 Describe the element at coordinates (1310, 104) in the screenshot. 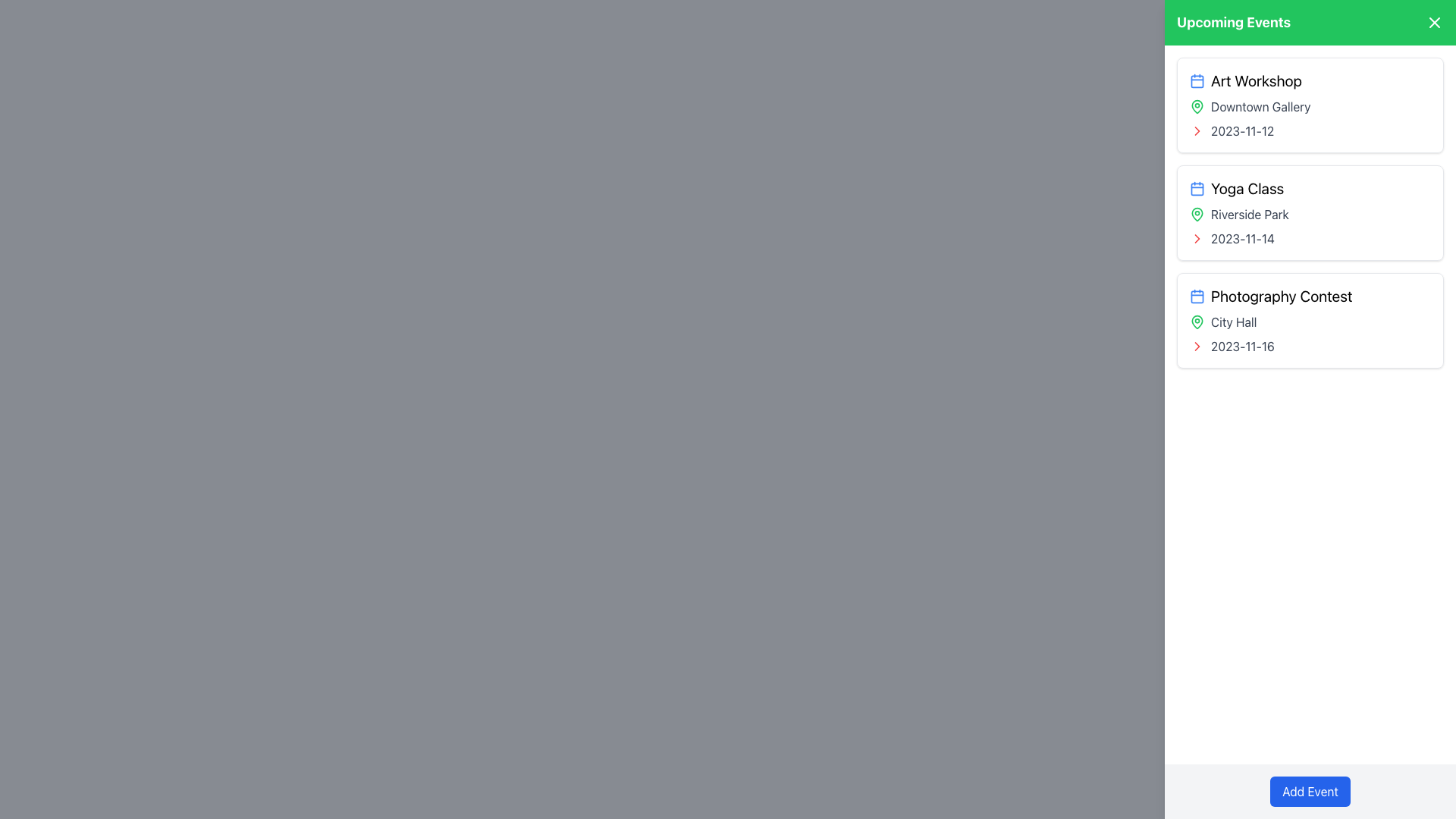

I see `the first card item in the 'Upcoming Events' section` at that location.